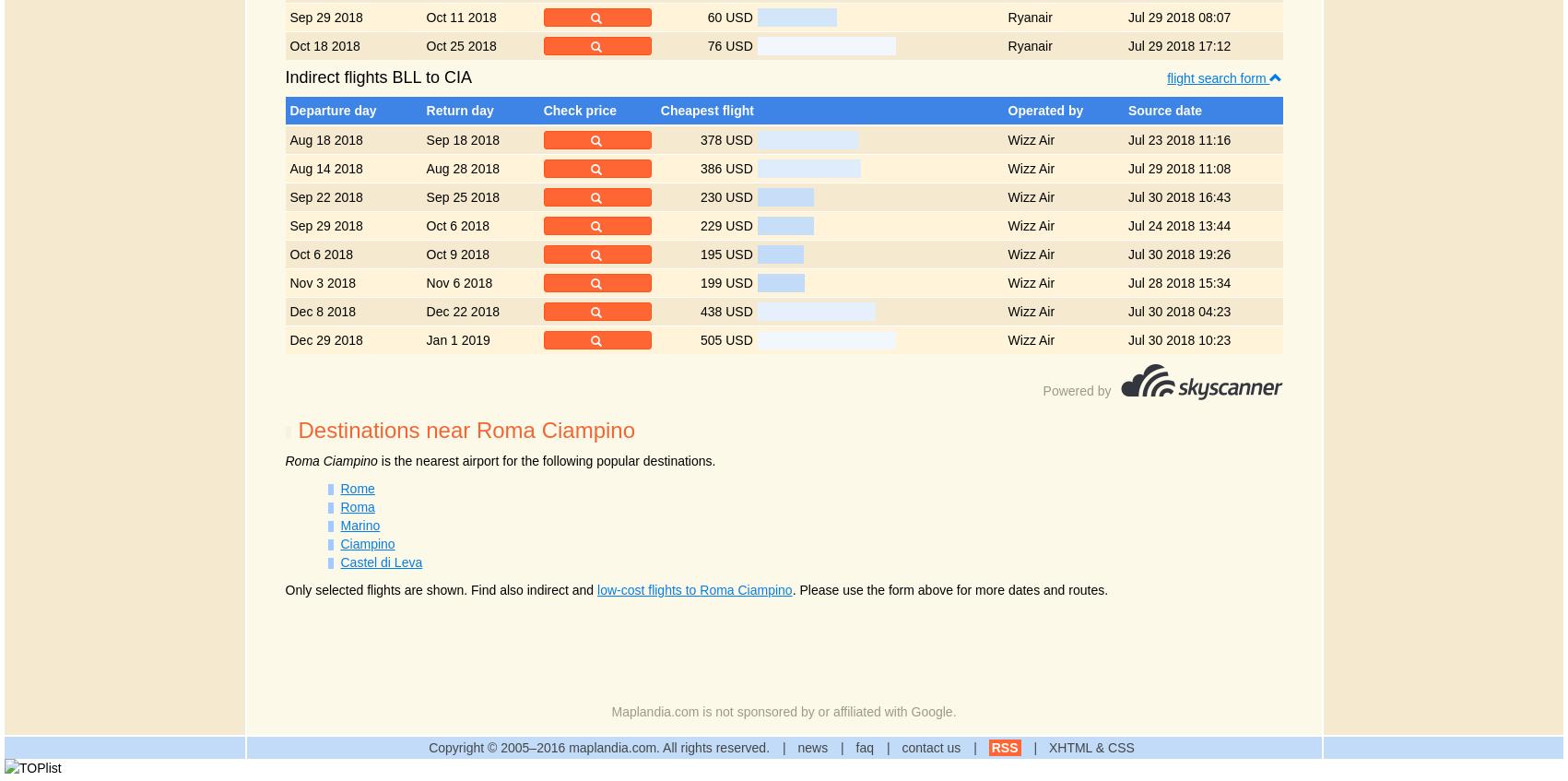  I want to click on 'Aug 14 2018', so click(289, 169).